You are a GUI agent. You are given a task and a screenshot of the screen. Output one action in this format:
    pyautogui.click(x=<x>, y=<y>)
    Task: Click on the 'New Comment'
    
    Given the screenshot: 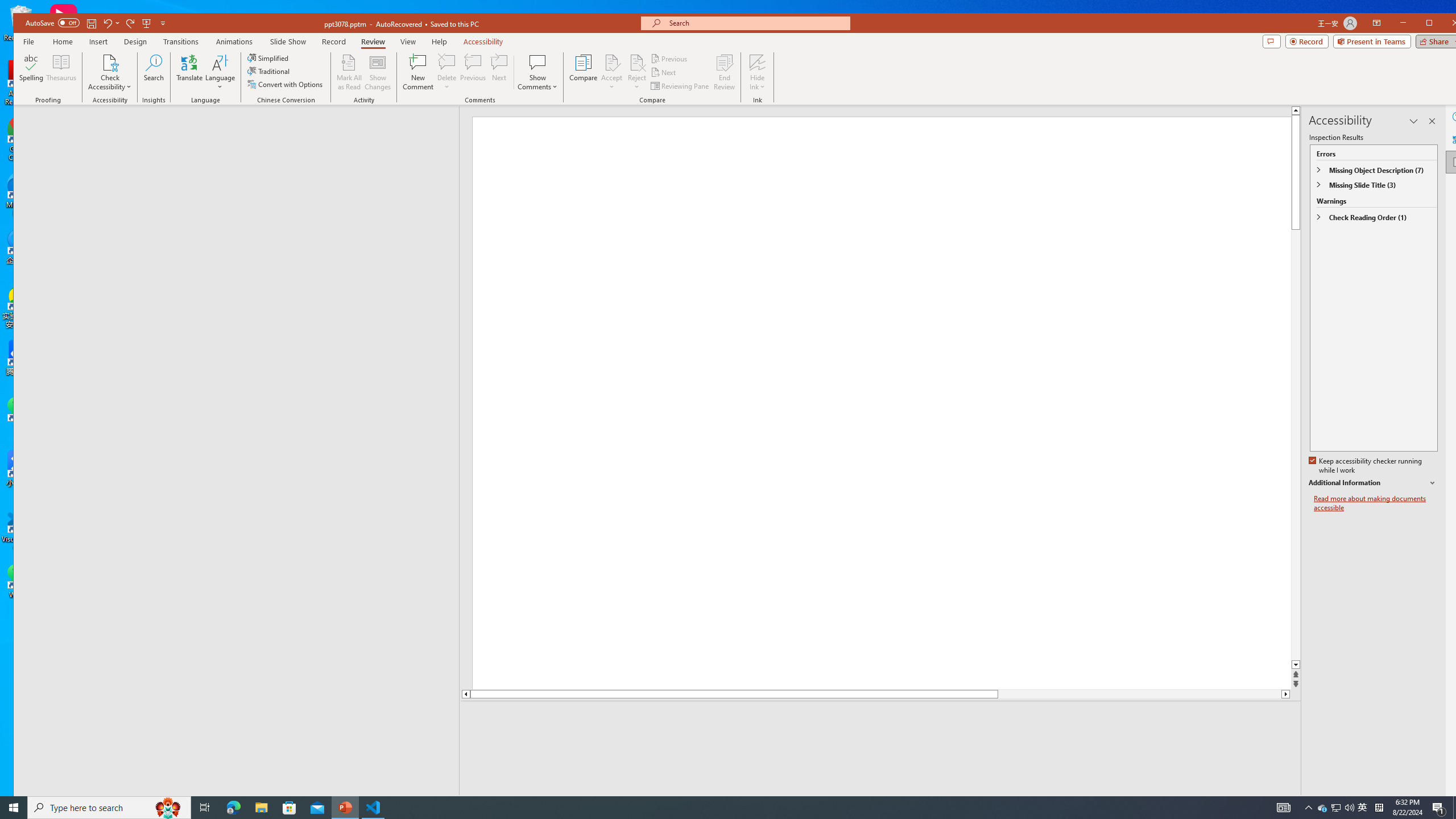 What is the action you would take?
    pyautogui.click(x=418, y=72)
    